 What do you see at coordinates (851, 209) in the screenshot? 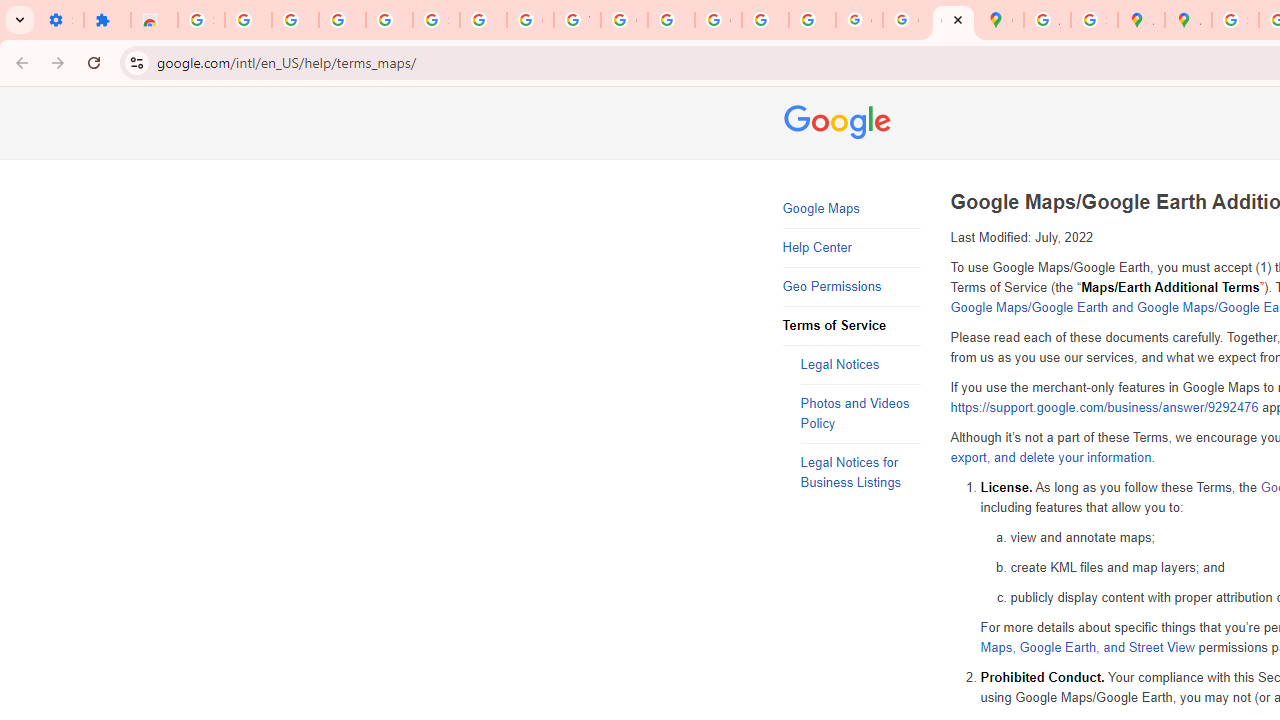
I see `'Google Maps'` at bounding box center [851, 209].